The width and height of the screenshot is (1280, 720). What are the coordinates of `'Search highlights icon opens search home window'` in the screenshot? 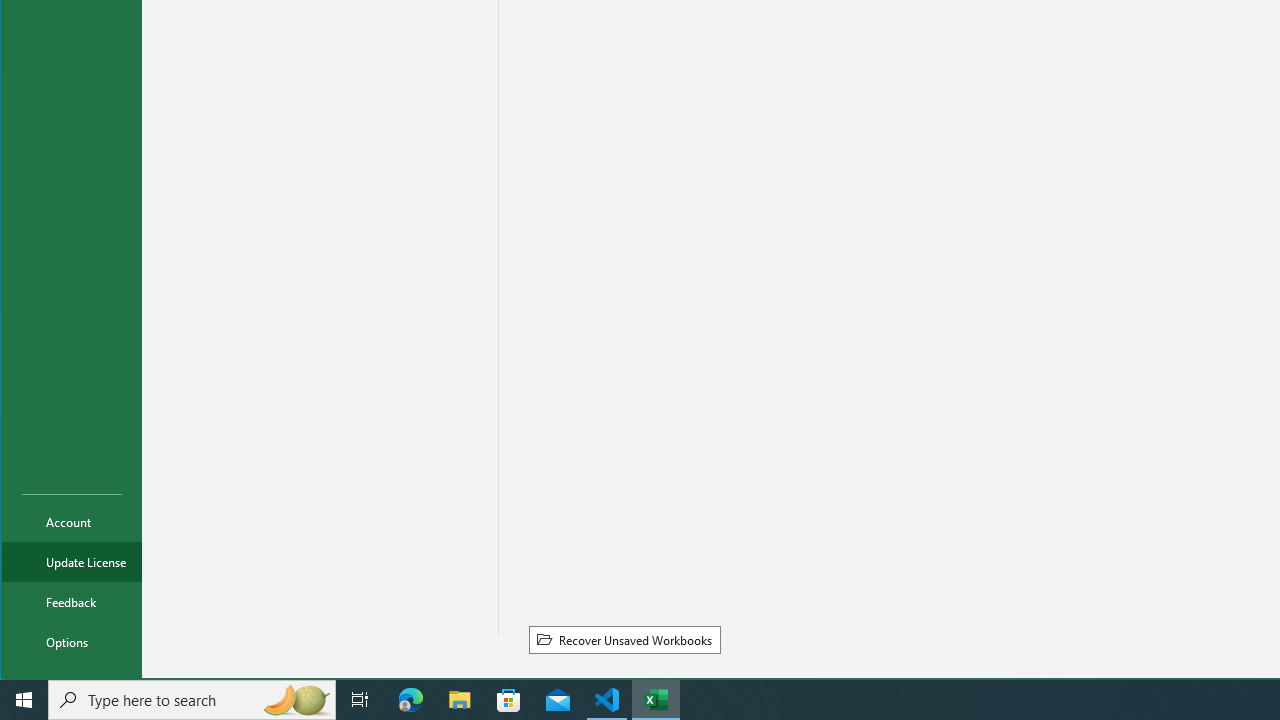 It's located at (294, 698).